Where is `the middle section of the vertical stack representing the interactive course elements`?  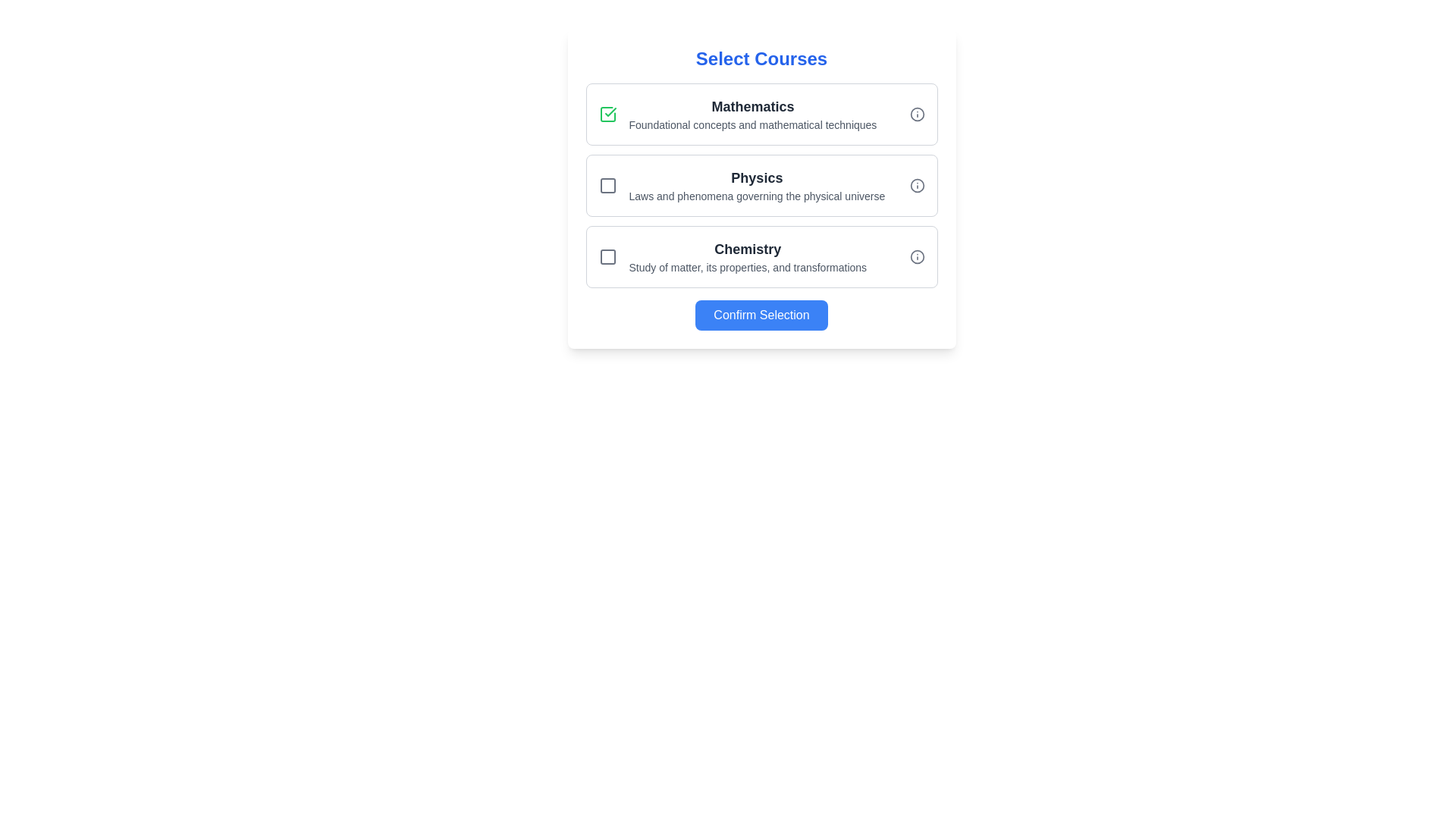 the middle section of the vertical stack representing the interactive course elements is located at coordinates (761, 185).